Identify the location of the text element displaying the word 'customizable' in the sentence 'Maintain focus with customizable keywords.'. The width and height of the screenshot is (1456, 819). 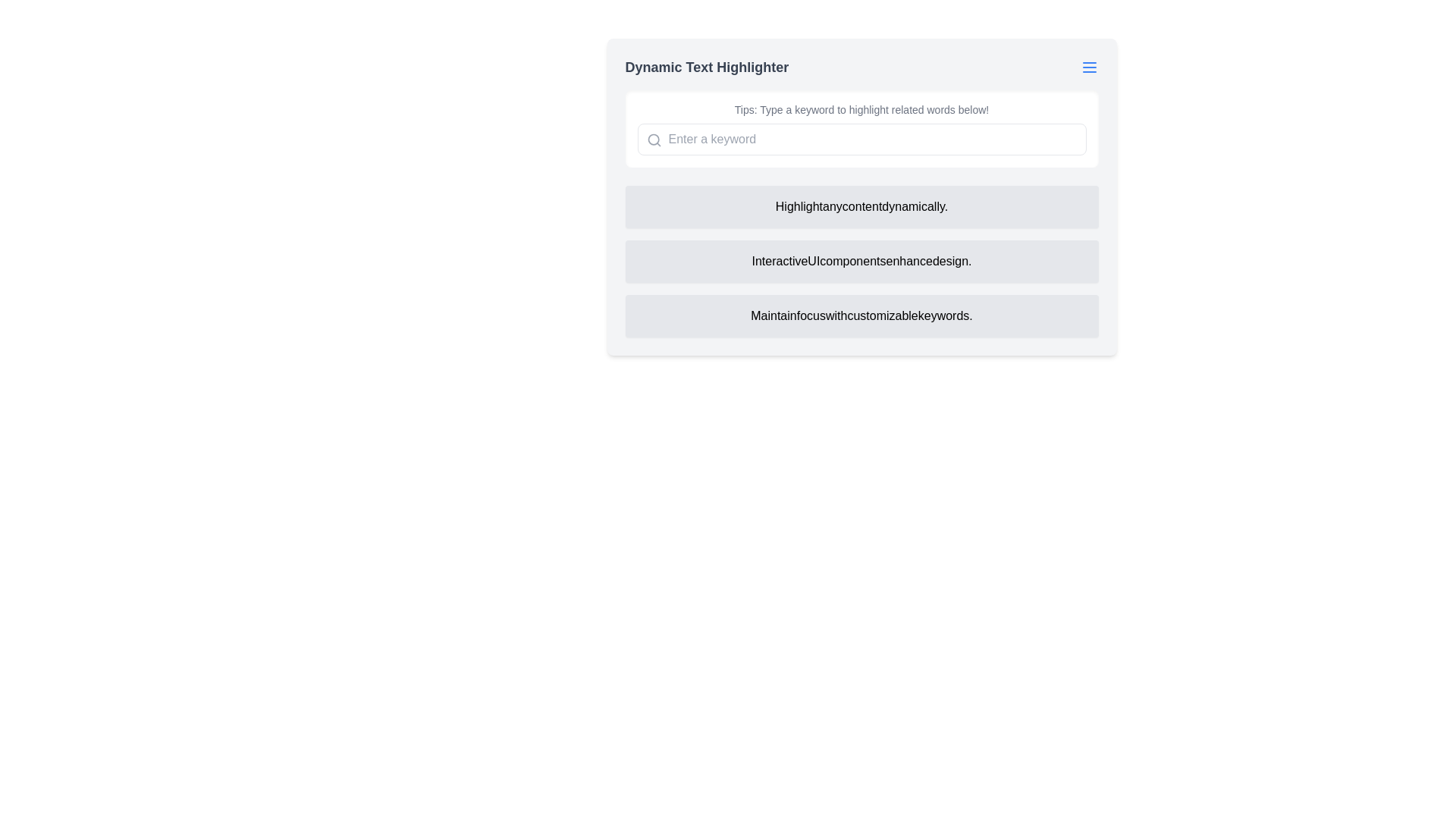
(883, 315).